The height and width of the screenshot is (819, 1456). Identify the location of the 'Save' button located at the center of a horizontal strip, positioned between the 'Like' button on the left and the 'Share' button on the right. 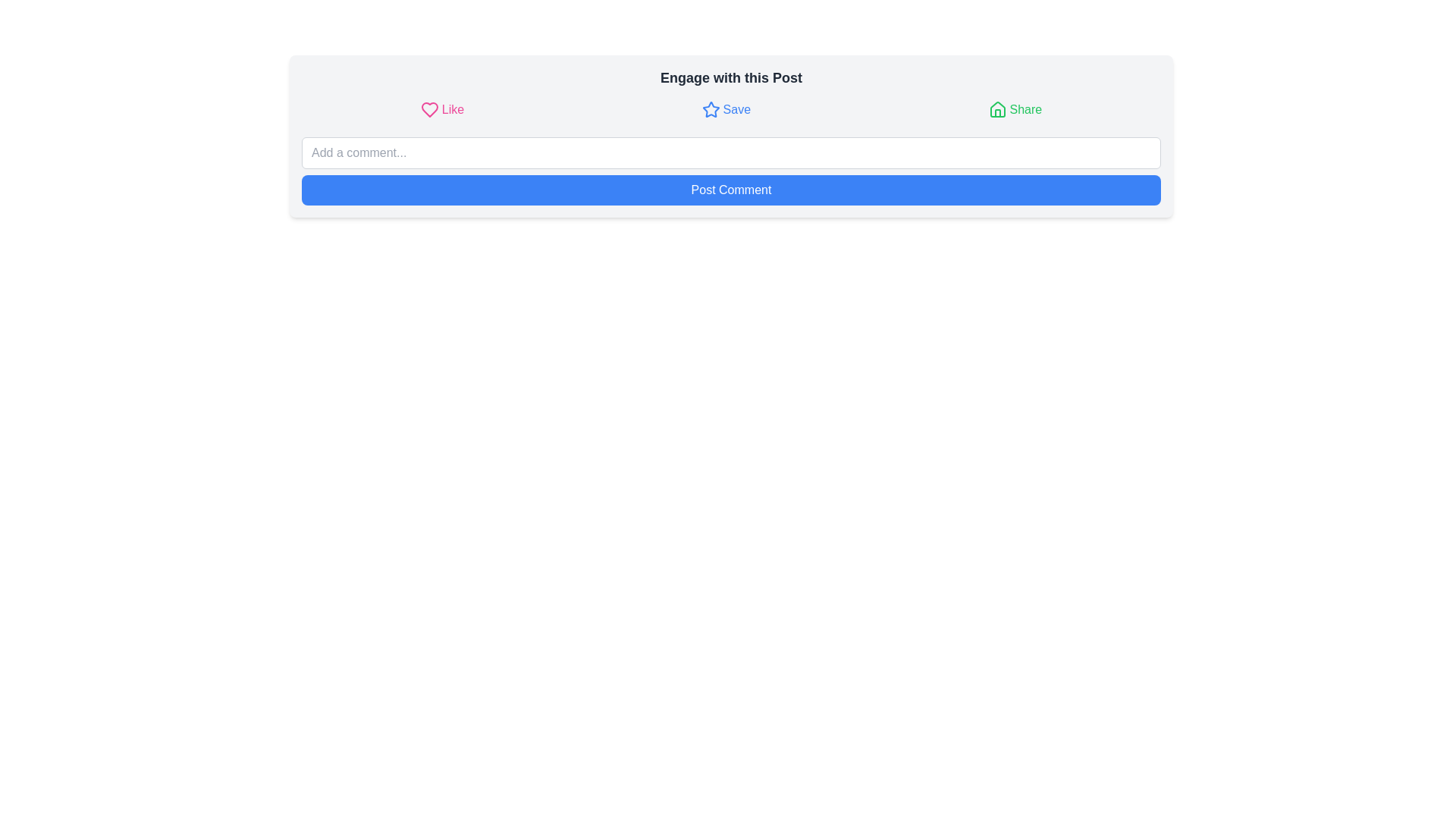
(725, 109).